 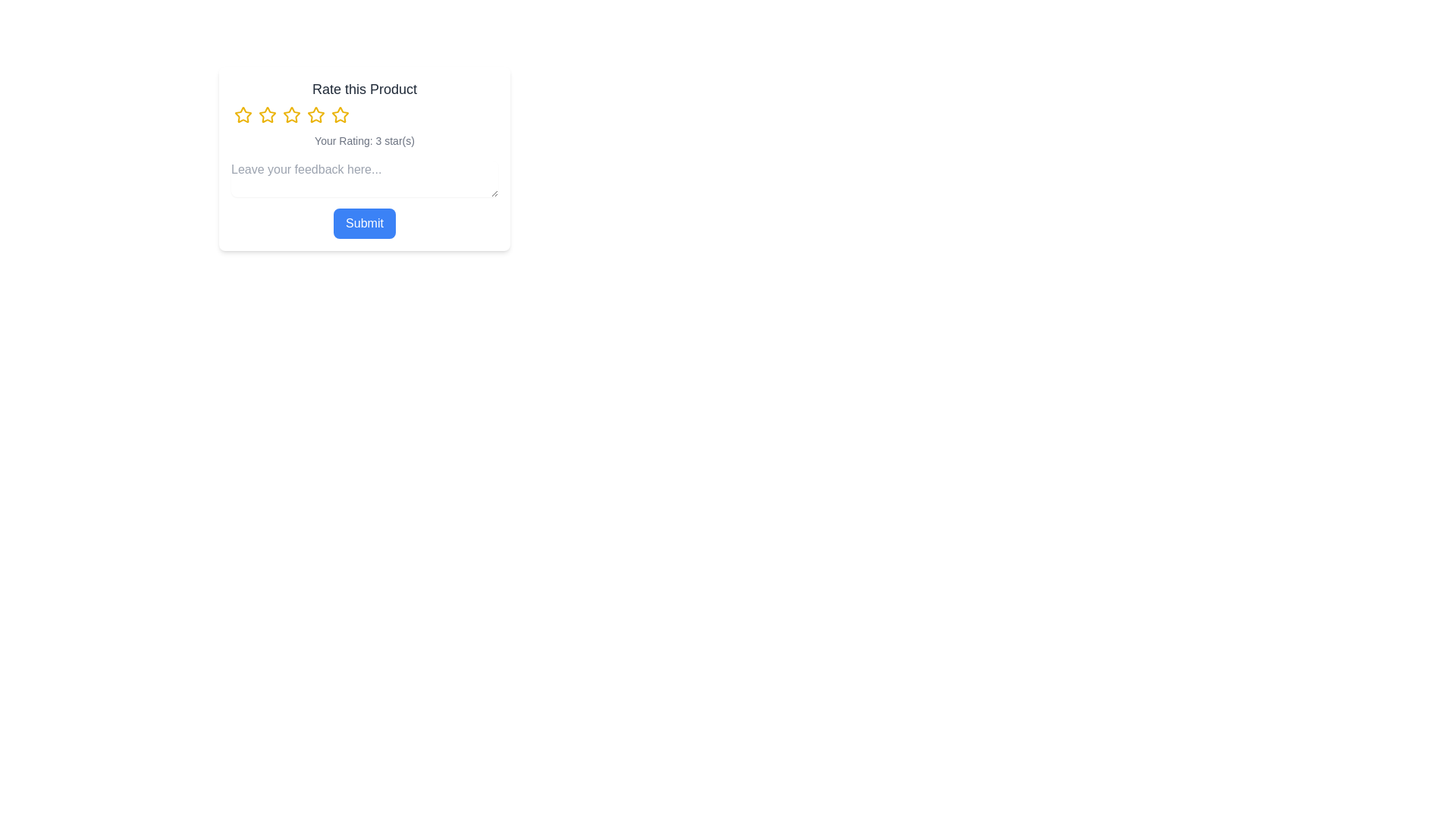 What do you see at coordinates (291, 114) in the screenshot?
I see `the rating by clicking on the 3 star` at bounding box center [291, 114].